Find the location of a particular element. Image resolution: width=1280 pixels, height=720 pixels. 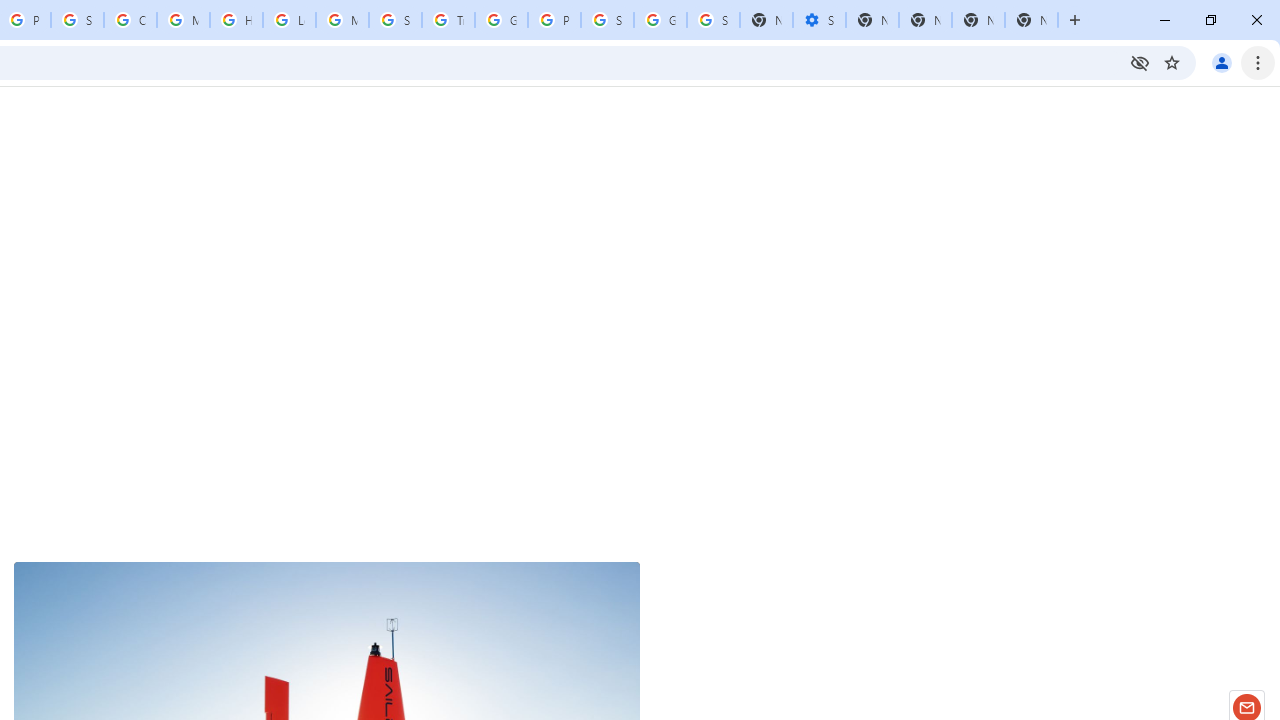

'Google Cybersecurity Innovations - Google Safety Center' is located at coordinates (660, 20).